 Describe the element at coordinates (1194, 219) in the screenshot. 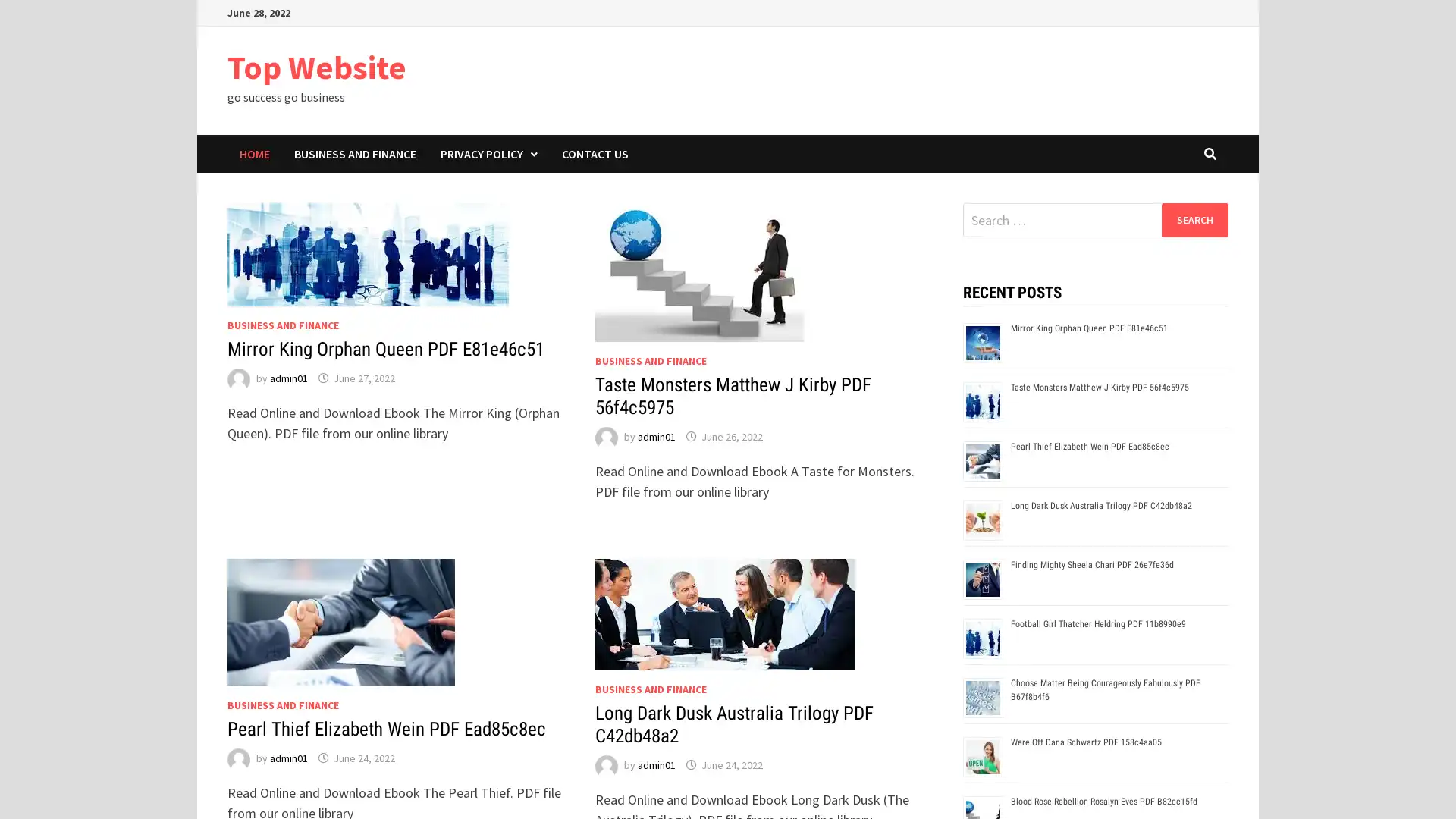

I see `Search` at that location.